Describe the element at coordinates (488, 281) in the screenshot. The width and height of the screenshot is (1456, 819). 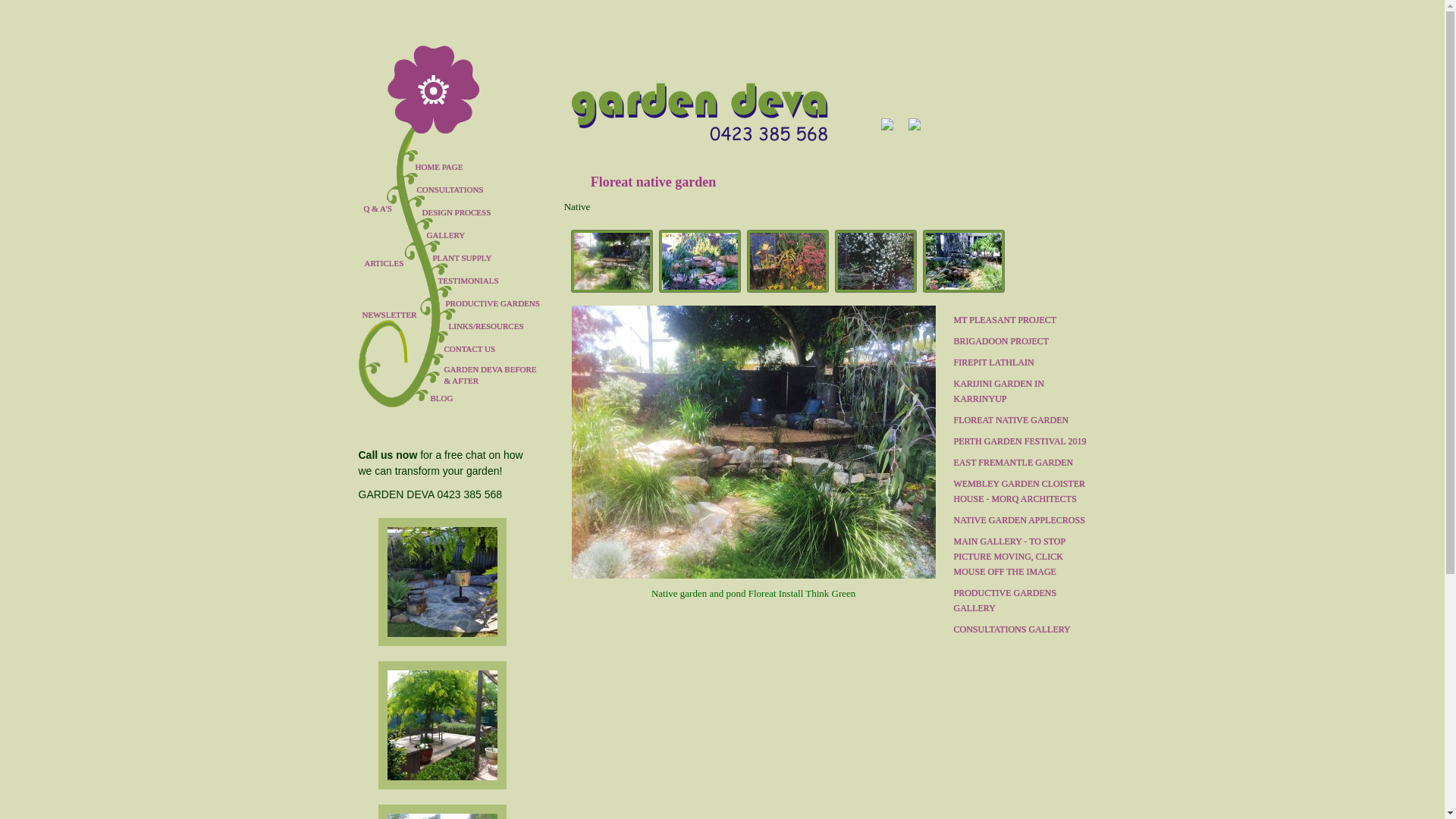
I see `'TESTIMONIALS'` at that location.